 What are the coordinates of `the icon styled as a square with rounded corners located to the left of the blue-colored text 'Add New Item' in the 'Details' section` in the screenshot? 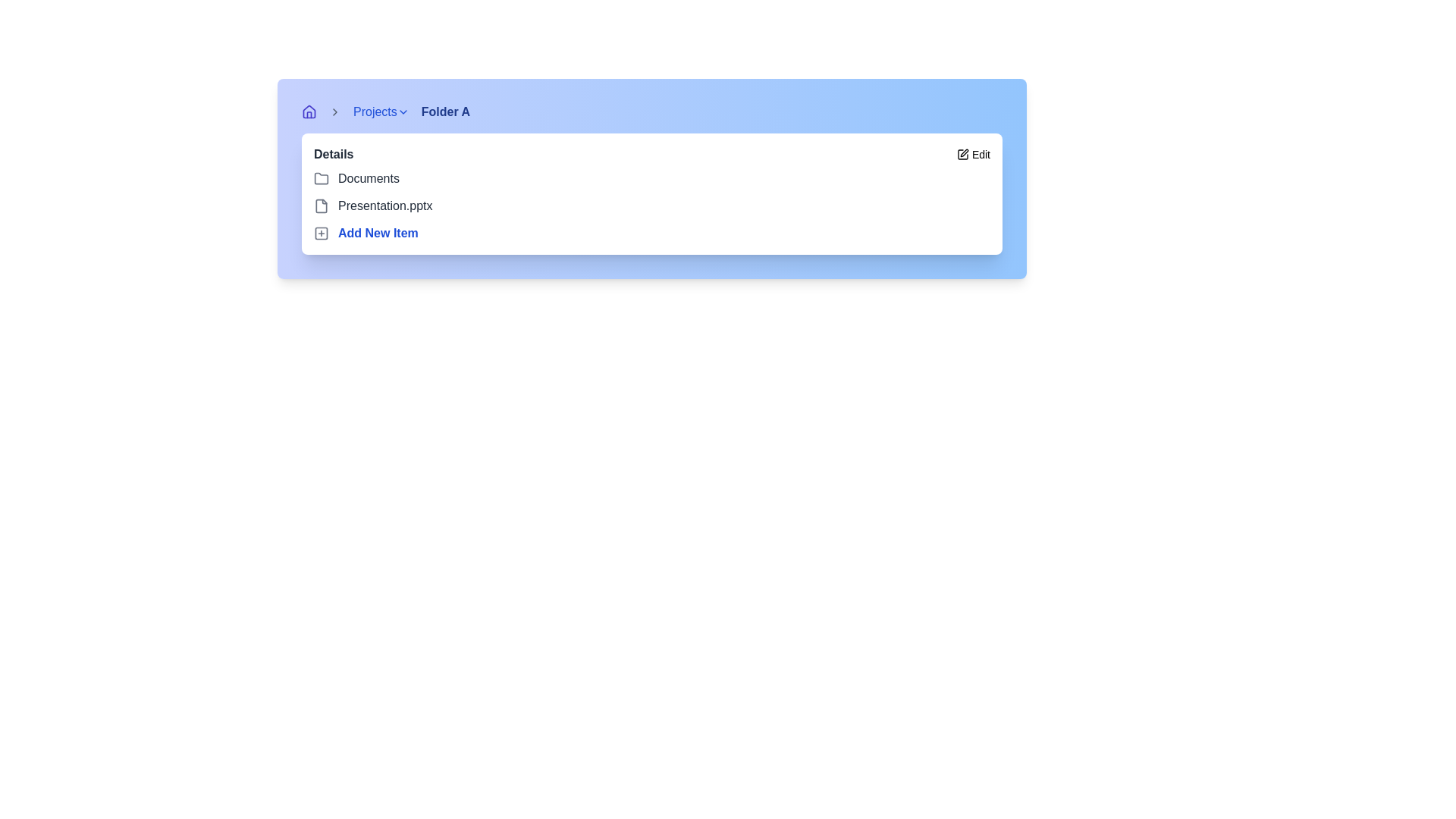 It's located at (320, 234).